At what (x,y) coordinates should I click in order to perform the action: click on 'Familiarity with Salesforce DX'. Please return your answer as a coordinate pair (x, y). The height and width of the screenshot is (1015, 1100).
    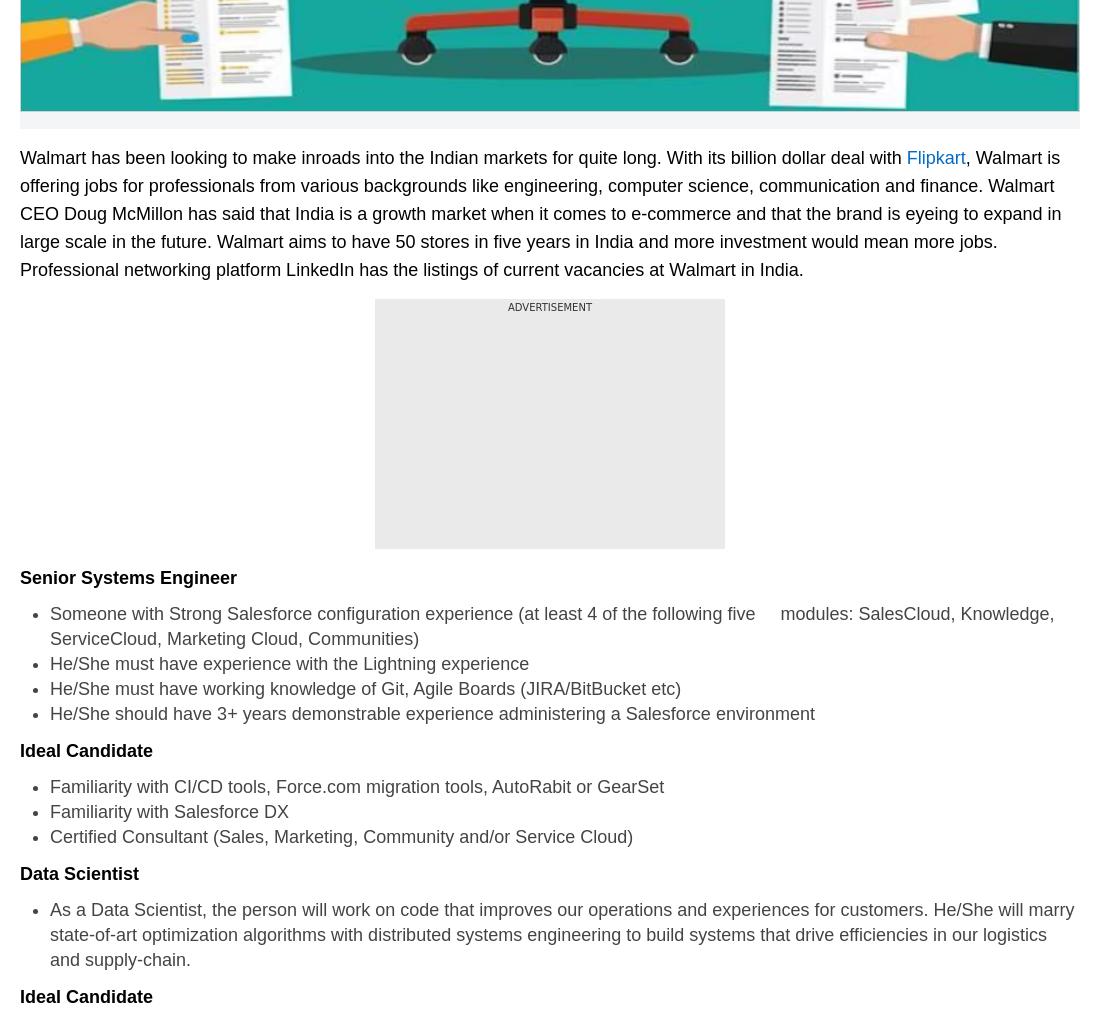
    Looking at the image, I should click on (190, 810).